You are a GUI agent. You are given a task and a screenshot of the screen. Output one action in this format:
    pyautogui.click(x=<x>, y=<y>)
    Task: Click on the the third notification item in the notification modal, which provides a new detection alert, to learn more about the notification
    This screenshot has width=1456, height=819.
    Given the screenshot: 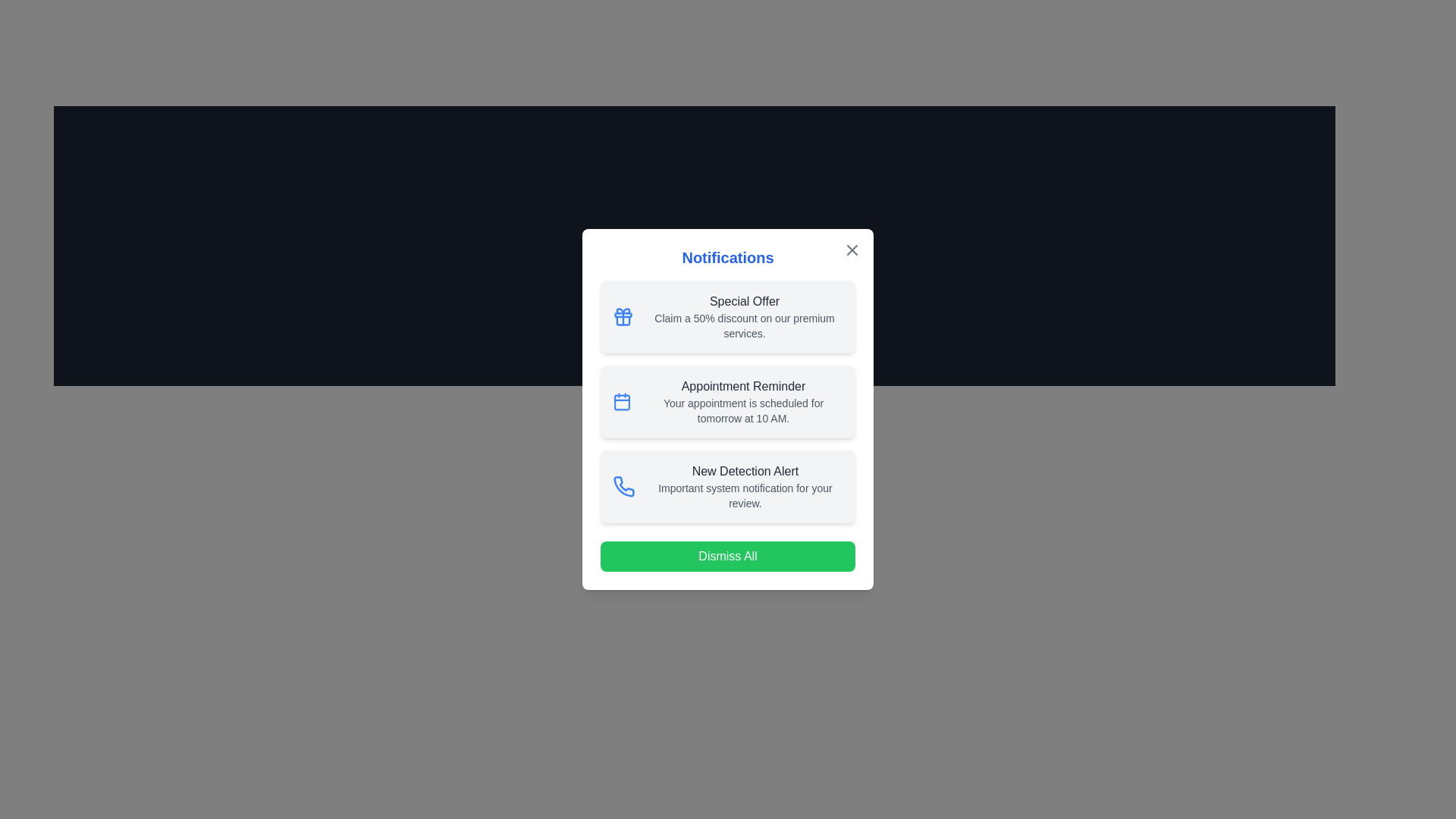 What is the action you would take?
    pyautogui.click(x=745, y=486)
    